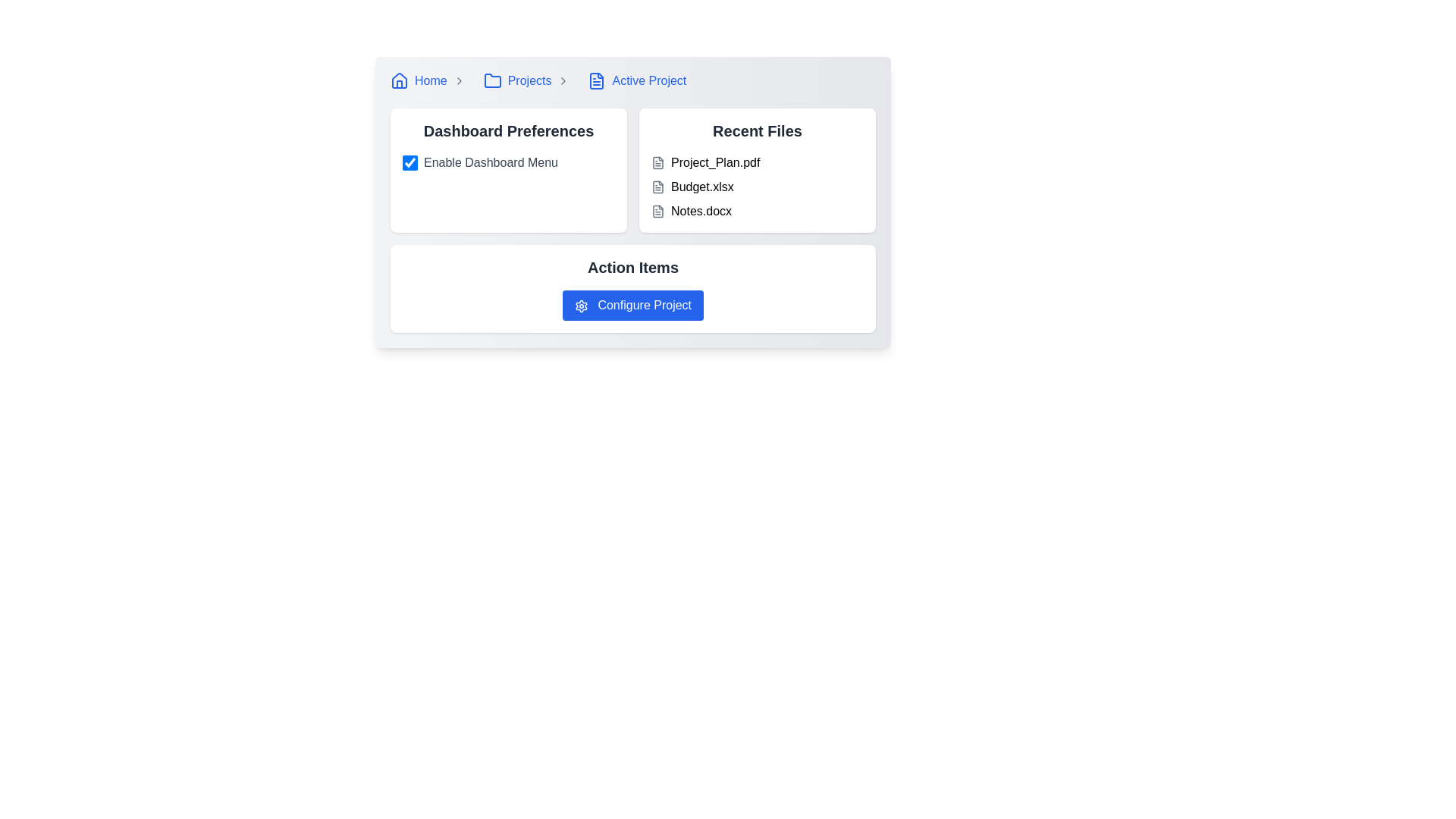 Image resolution: width=1456 pixels, height=819 pixels. I want to click on the 'Configure Project' button located at the bottom of the 'Action Items' card, which has a white background and rounded corners, so click(633, 289).